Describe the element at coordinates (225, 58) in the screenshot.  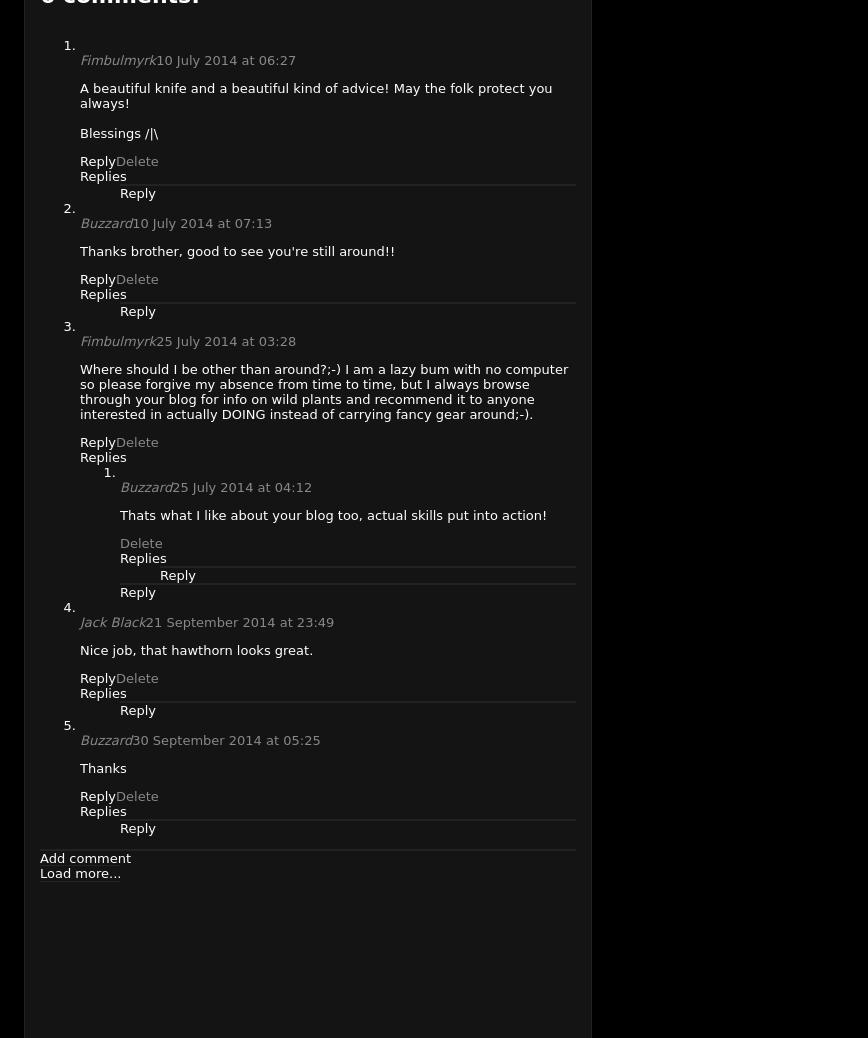
I see `'10 July 2014 at 06:27'` at that location.